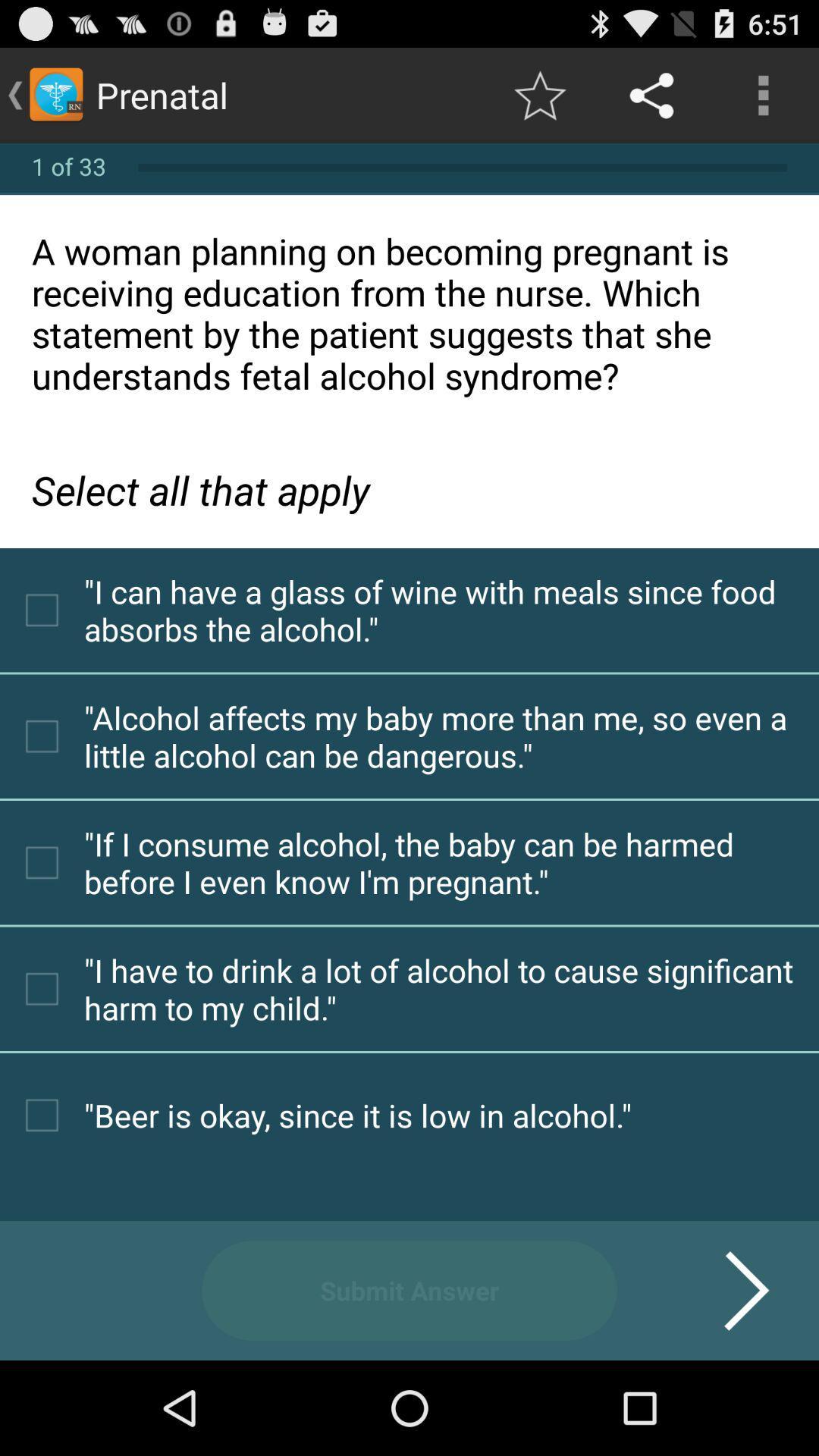  Describe the element at coordinates (409, 1290) in the screenshot. I see `icon below the beer is okay item` at that location.